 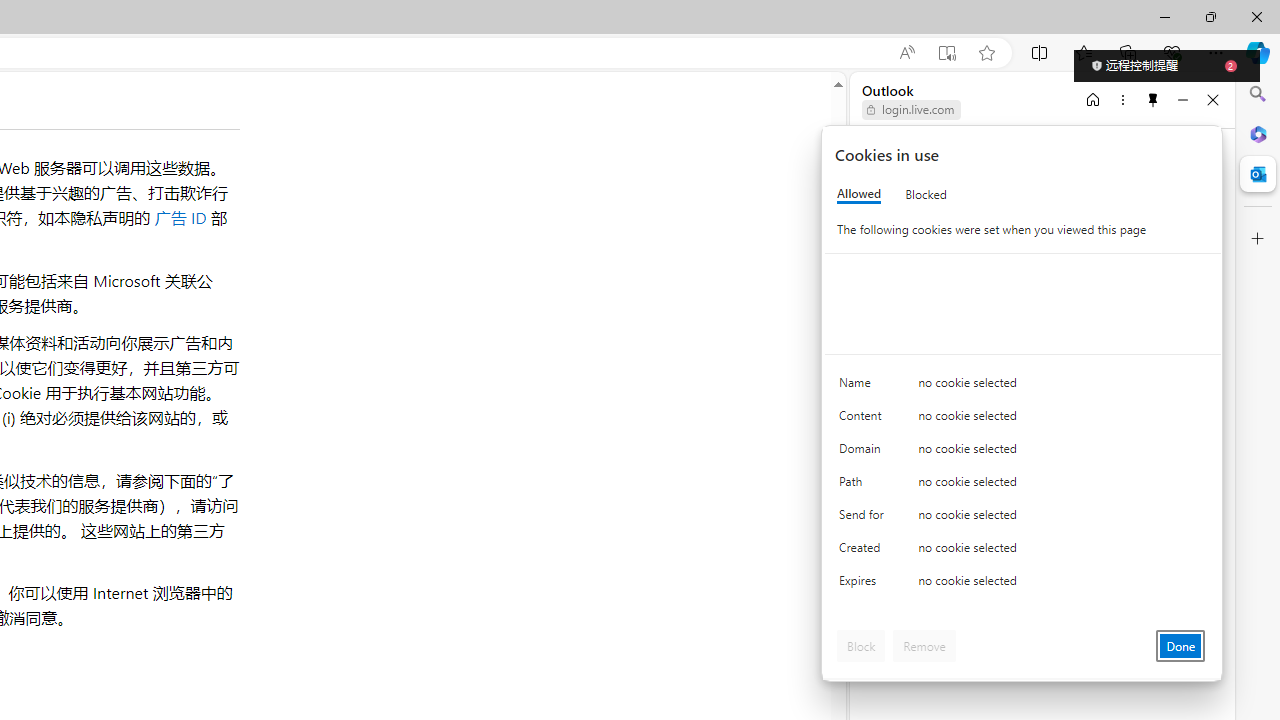 What do you see at coordinates (865, 387) in the screenshot?
I see `'Name'` at bounding box center [865, 387].